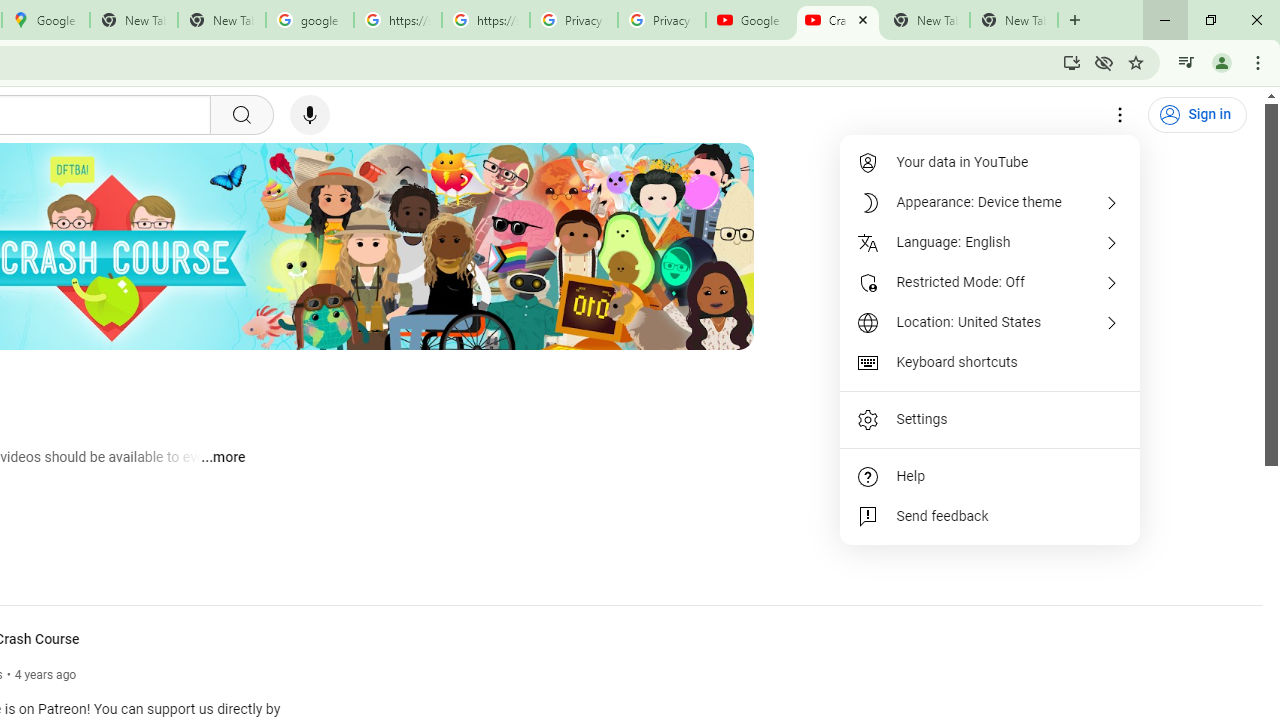 The width and height of the screenshot is (1280, 720). Describe the element at coordinates (837, 20) in the screenshot. I see `'CrashCourse - YouTube'` at that location.